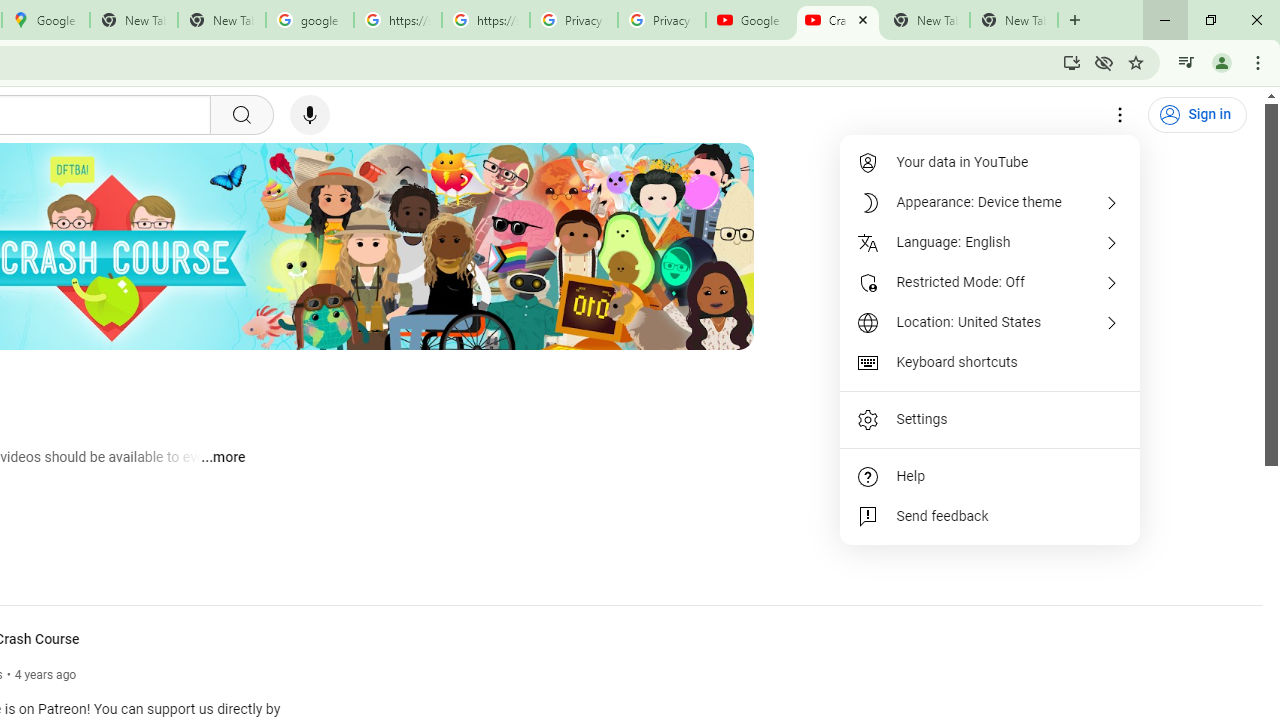 The width and height of the screenshot is (1280, 720). Describe the element at coordinates (837, 20) in the screenshot. I see `'CrashCourse - YouTube'` at that location.